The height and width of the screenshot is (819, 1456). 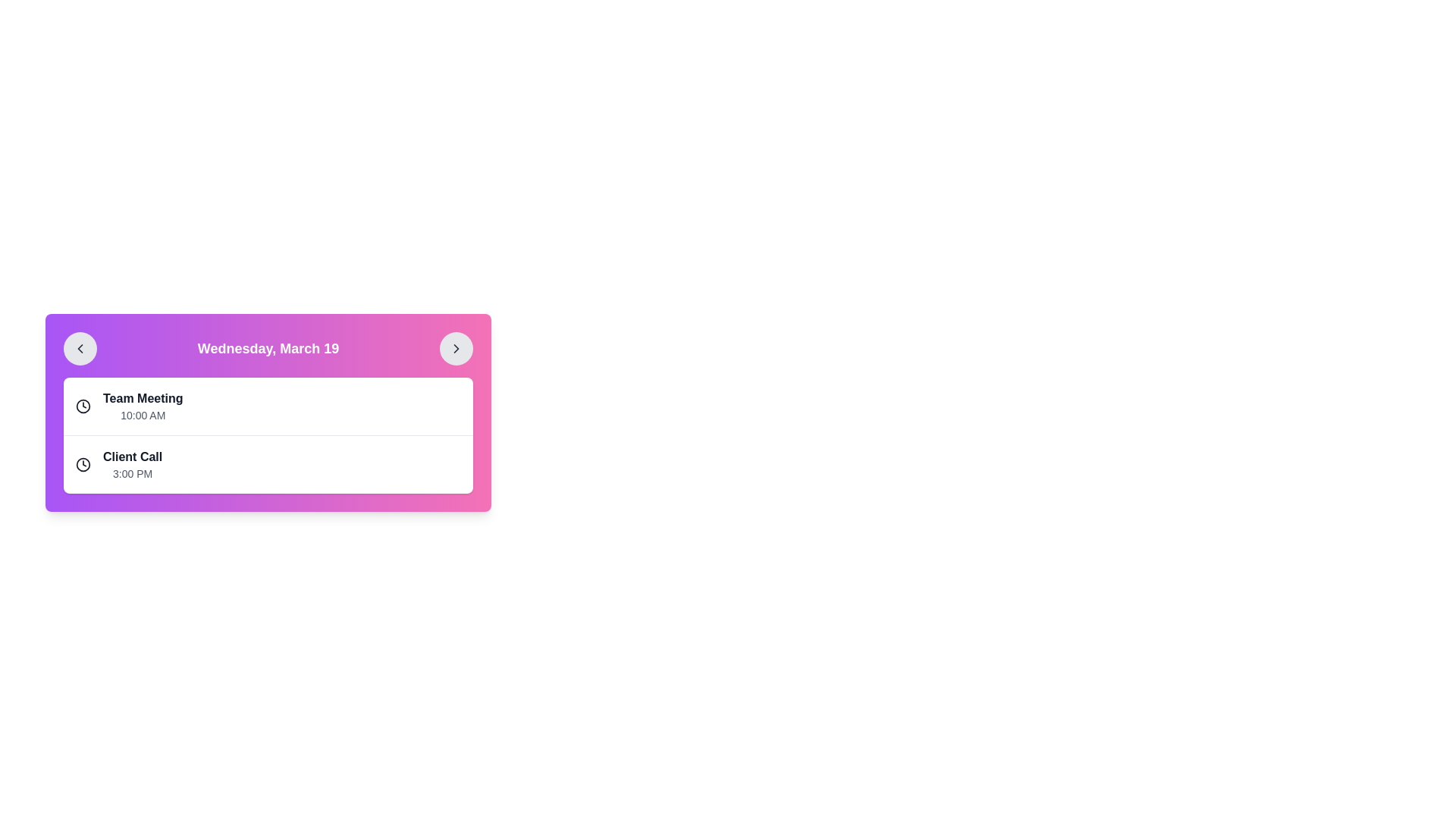 What do you see at coordinates (79, 348) in the screenshot?
I see `the SVG graphical icon indicating a backward action located in the circular button on the left of the header bar` at bounding box center [79, 348].